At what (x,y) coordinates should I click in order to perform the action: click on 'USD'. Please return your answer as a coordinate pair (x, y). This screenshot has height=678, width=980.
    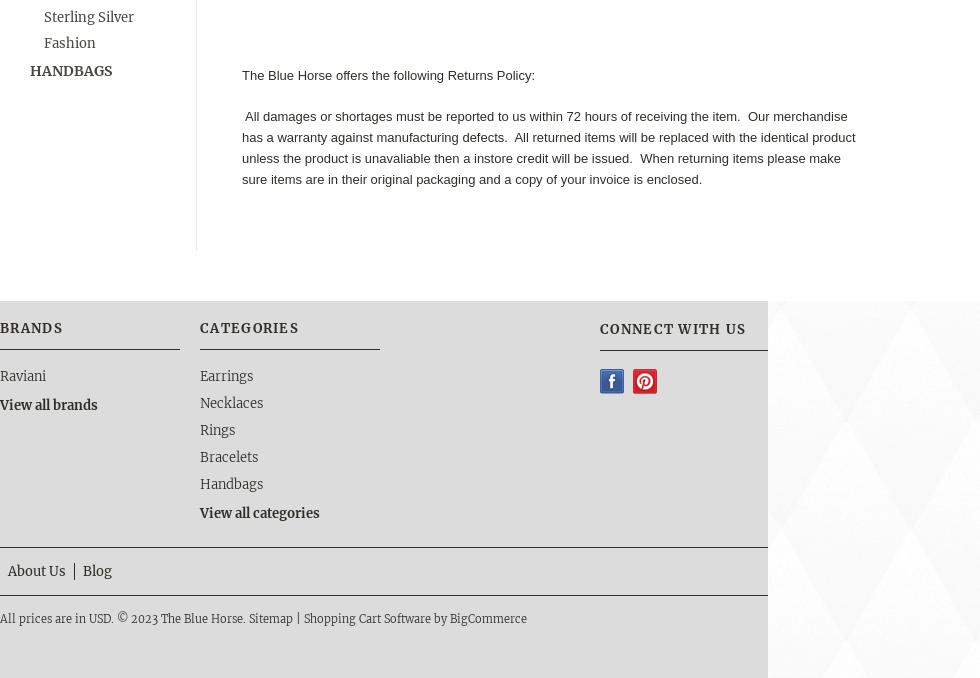
    Looking at the image, I should click on (99, 616).